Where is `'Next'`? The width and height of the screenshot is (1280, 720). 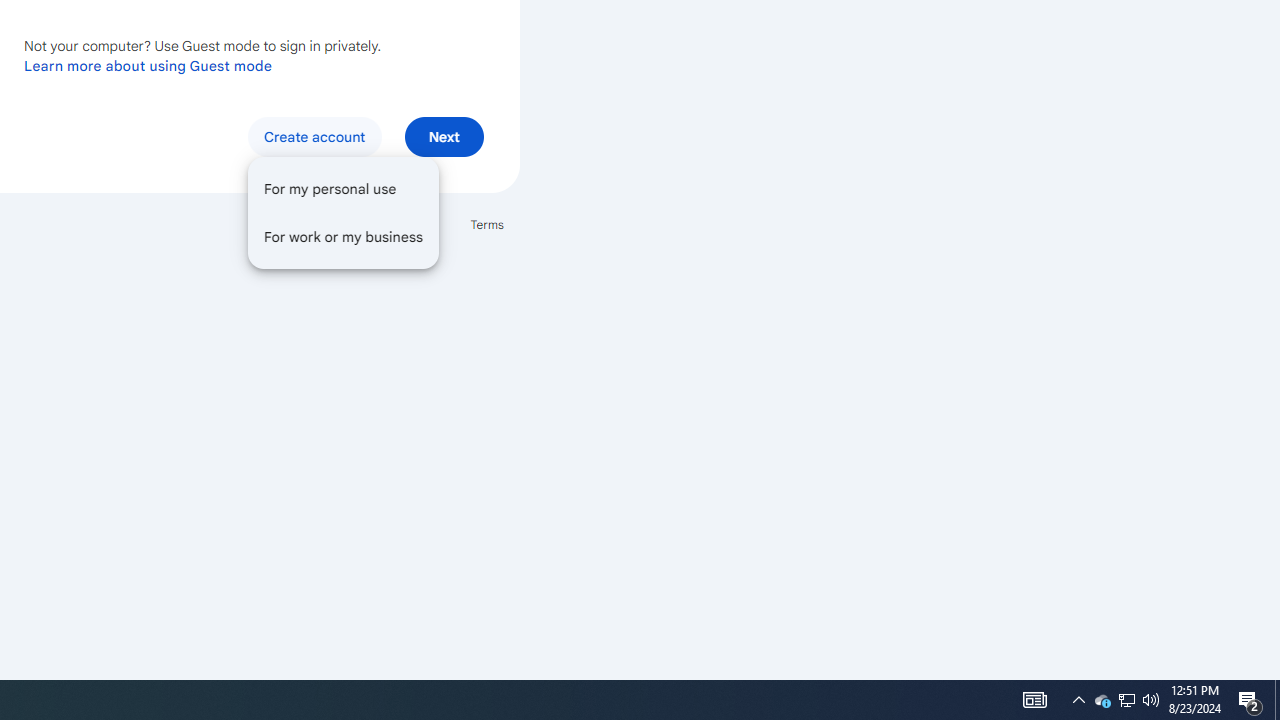
'Next' is located at coordinates (443, 135).